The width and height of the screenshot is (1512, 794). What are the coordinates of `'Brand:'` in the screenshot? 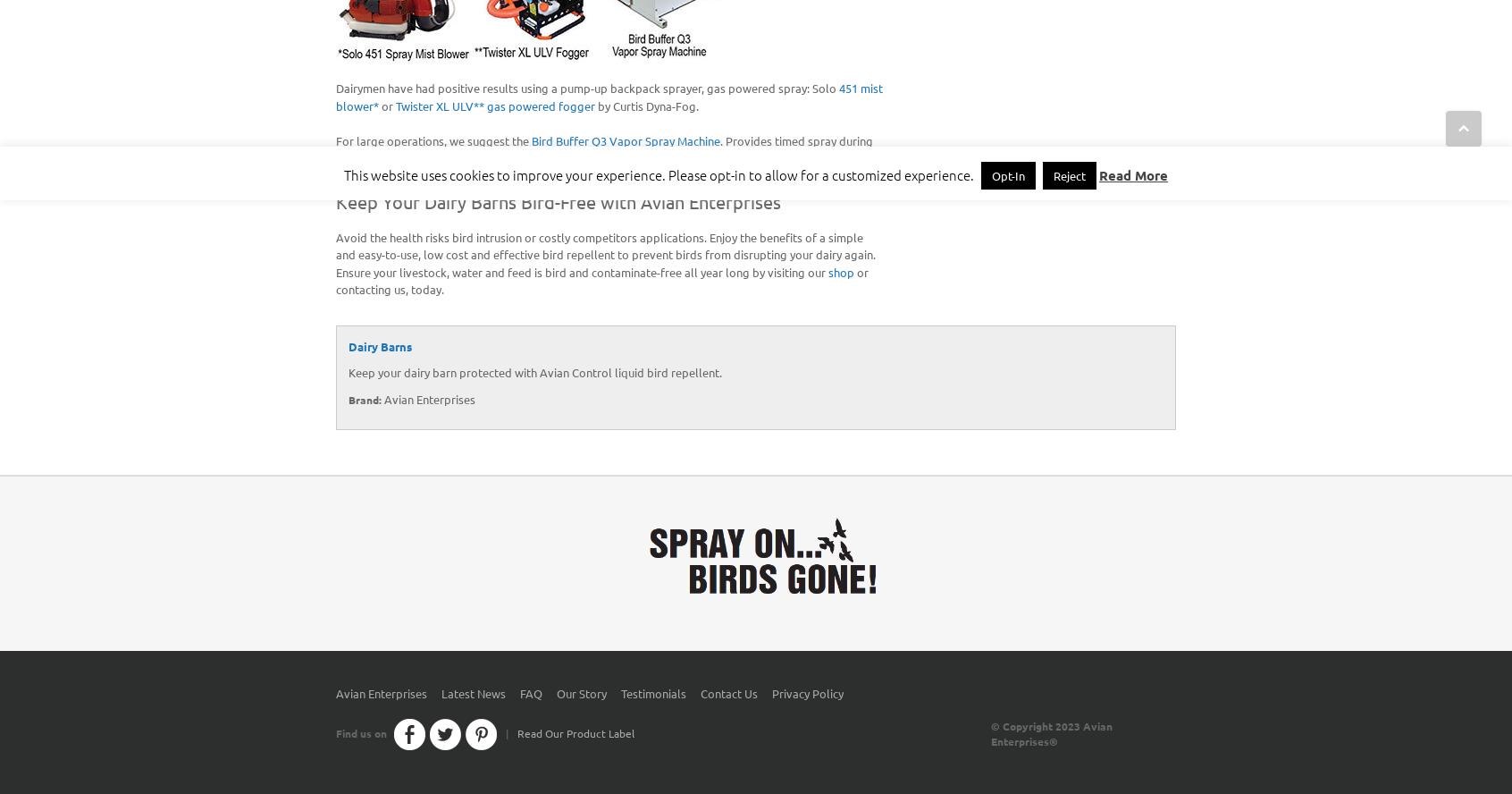 It's located at (365, 399).